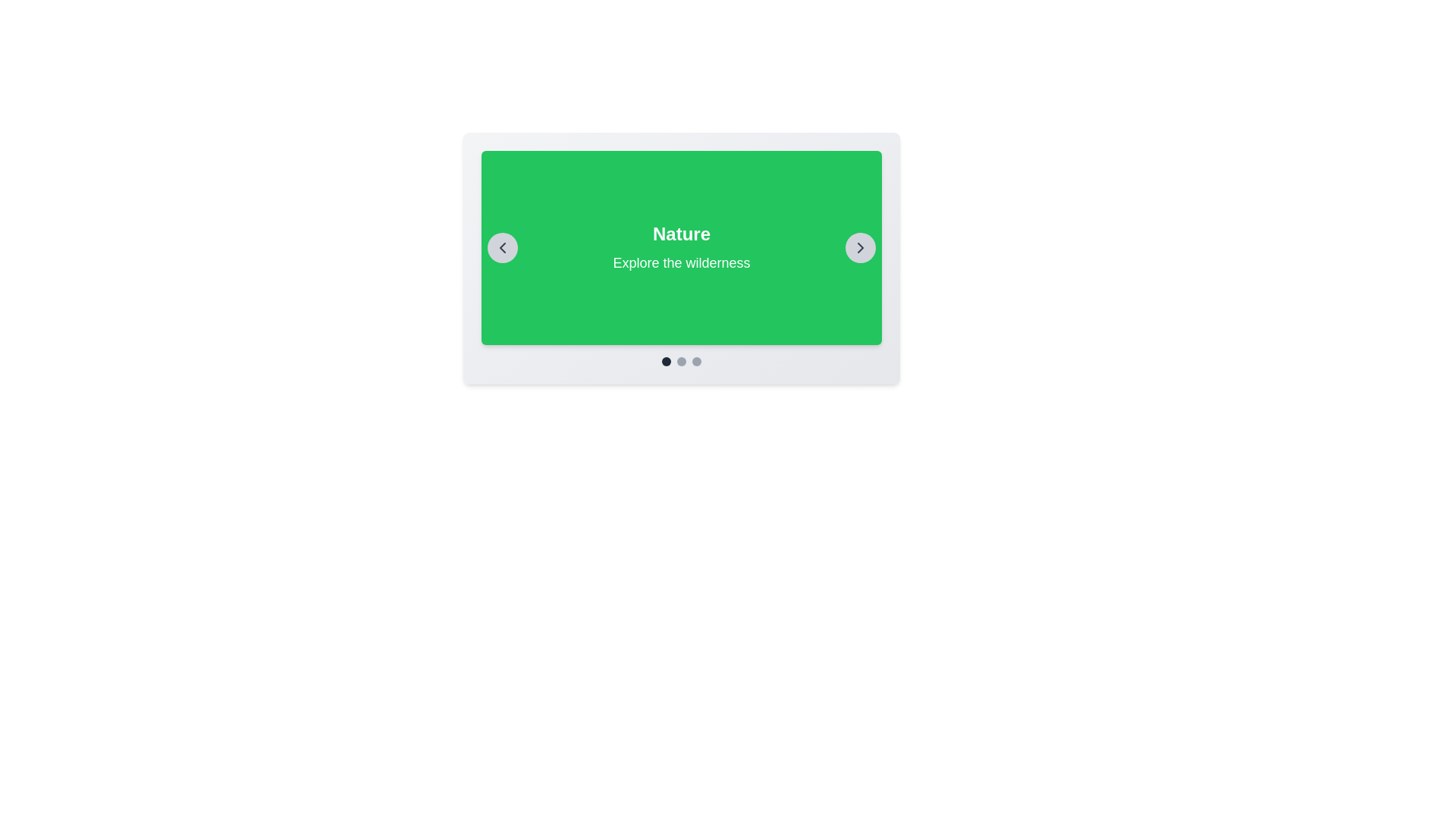 This screenshot has width=1456, height=819. Describe the element at coordinates (680, 262) in the screenshot. I see `the static text label 'Explore the wilderness' which is styled in white font and located within a green rectangular panel, centered below the title 'Nature'` at that location.